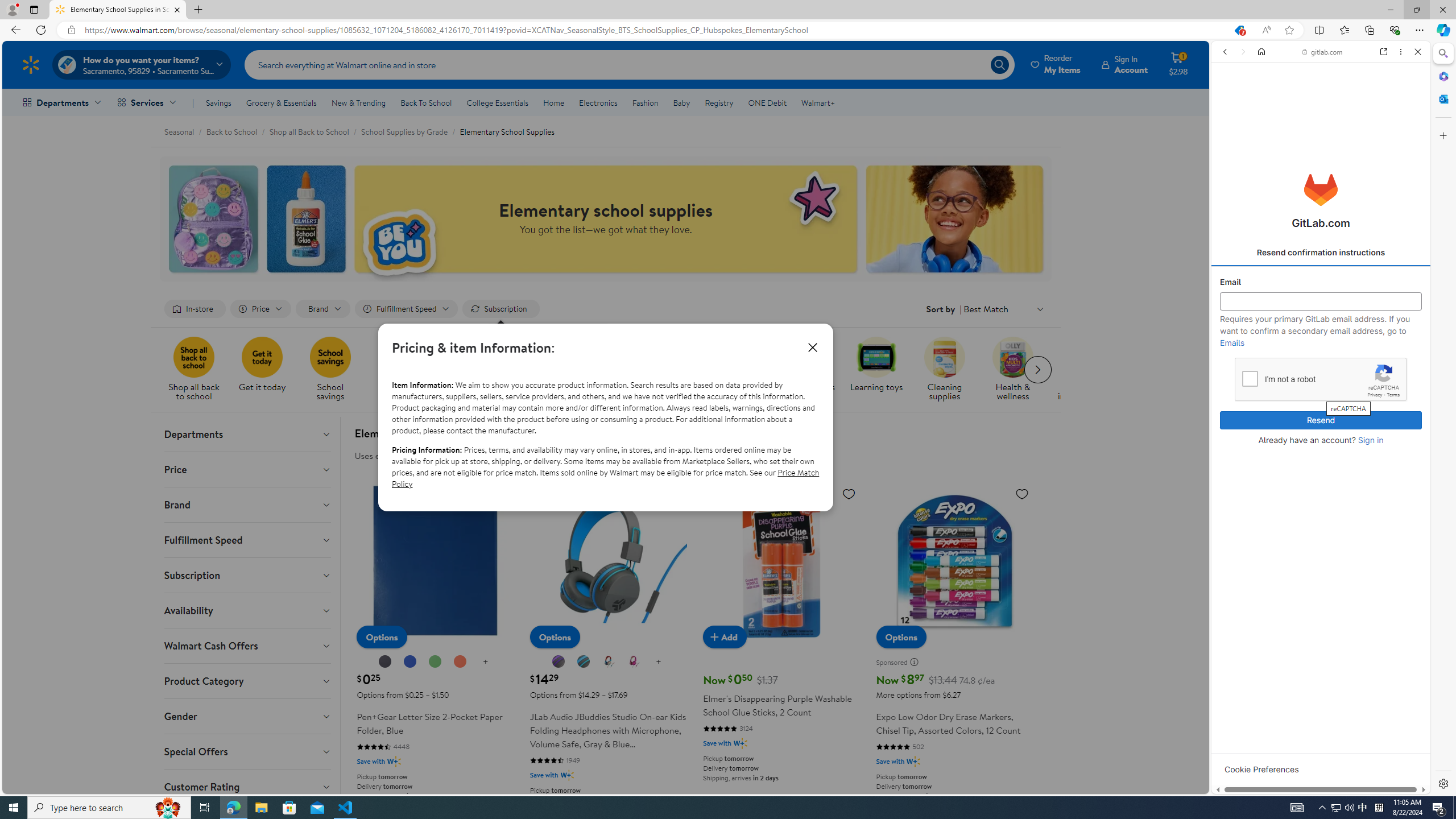 Image resolution: width=1456 pixels, height=819 pixels. Describe the element at coordinates (1242, 51) in the screenshot. I see `'Forward'` at that location.